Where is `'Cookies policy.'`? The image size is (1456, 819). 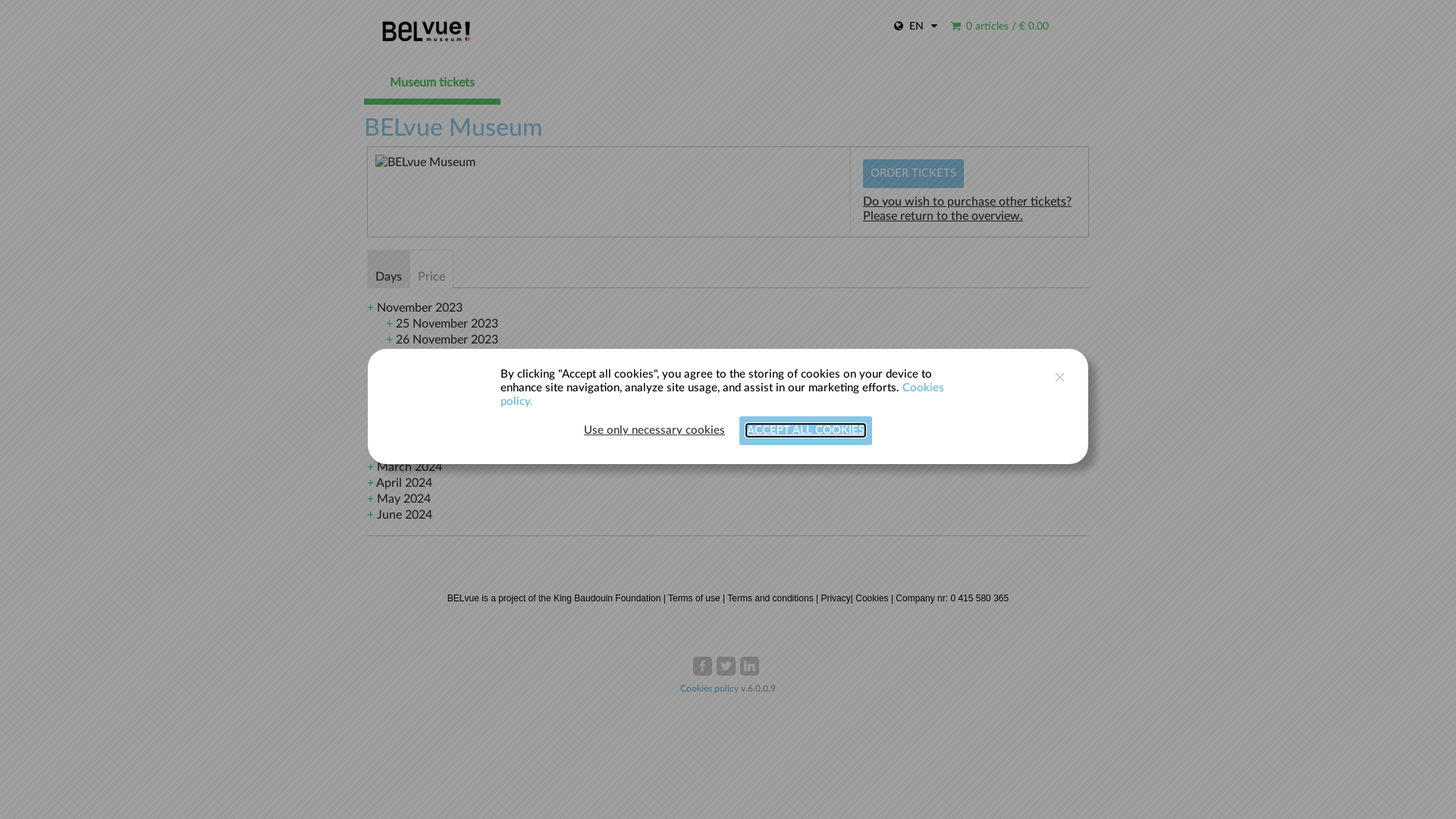
'Cookies policy.' is located at coordinates (500, 394).